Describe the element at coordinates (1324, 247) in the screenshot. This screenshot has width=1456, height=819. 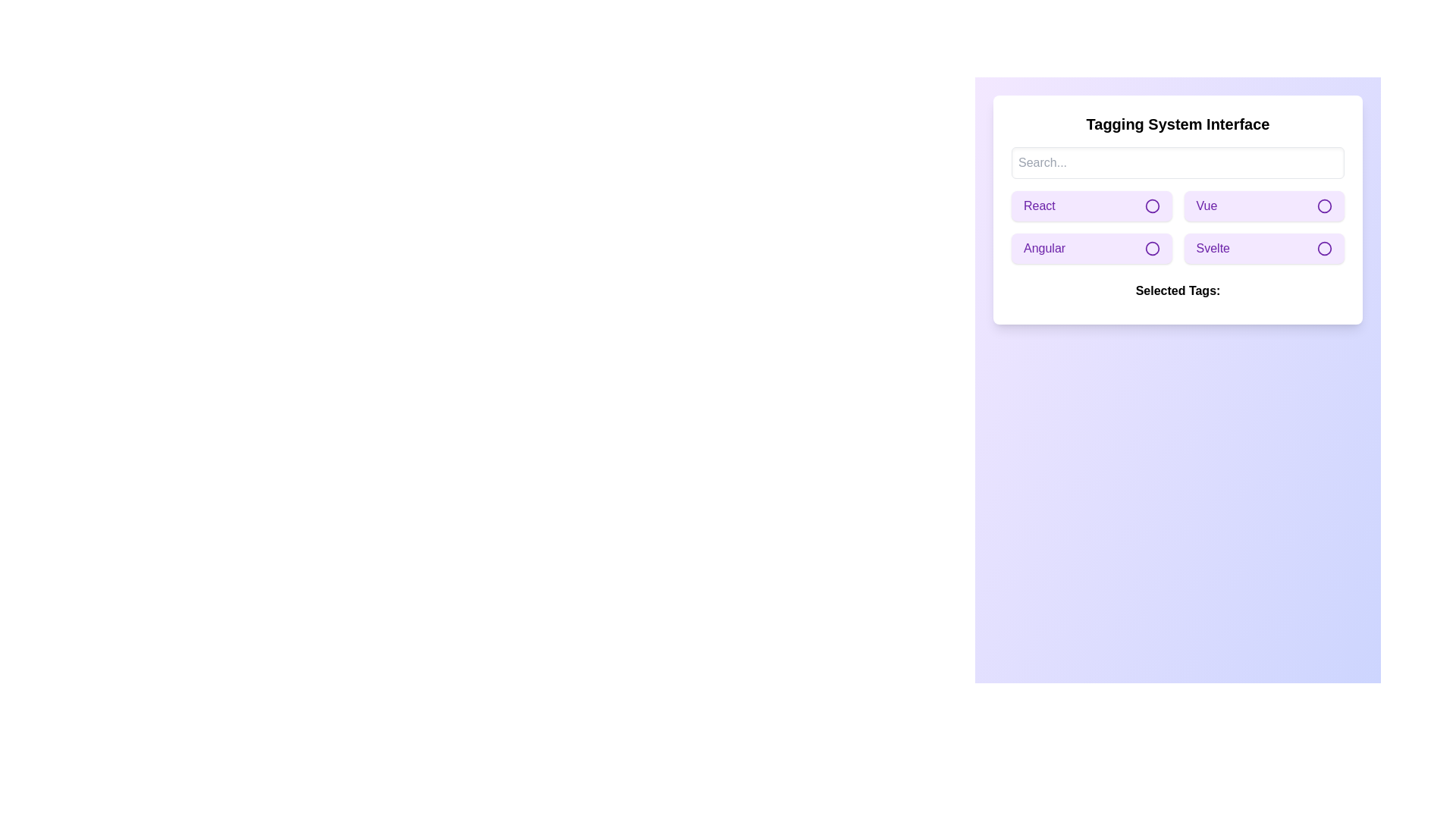
I see `the fourth Circle graphic within the SVG element that indicates selection for the 'Svelte' option` at that location.